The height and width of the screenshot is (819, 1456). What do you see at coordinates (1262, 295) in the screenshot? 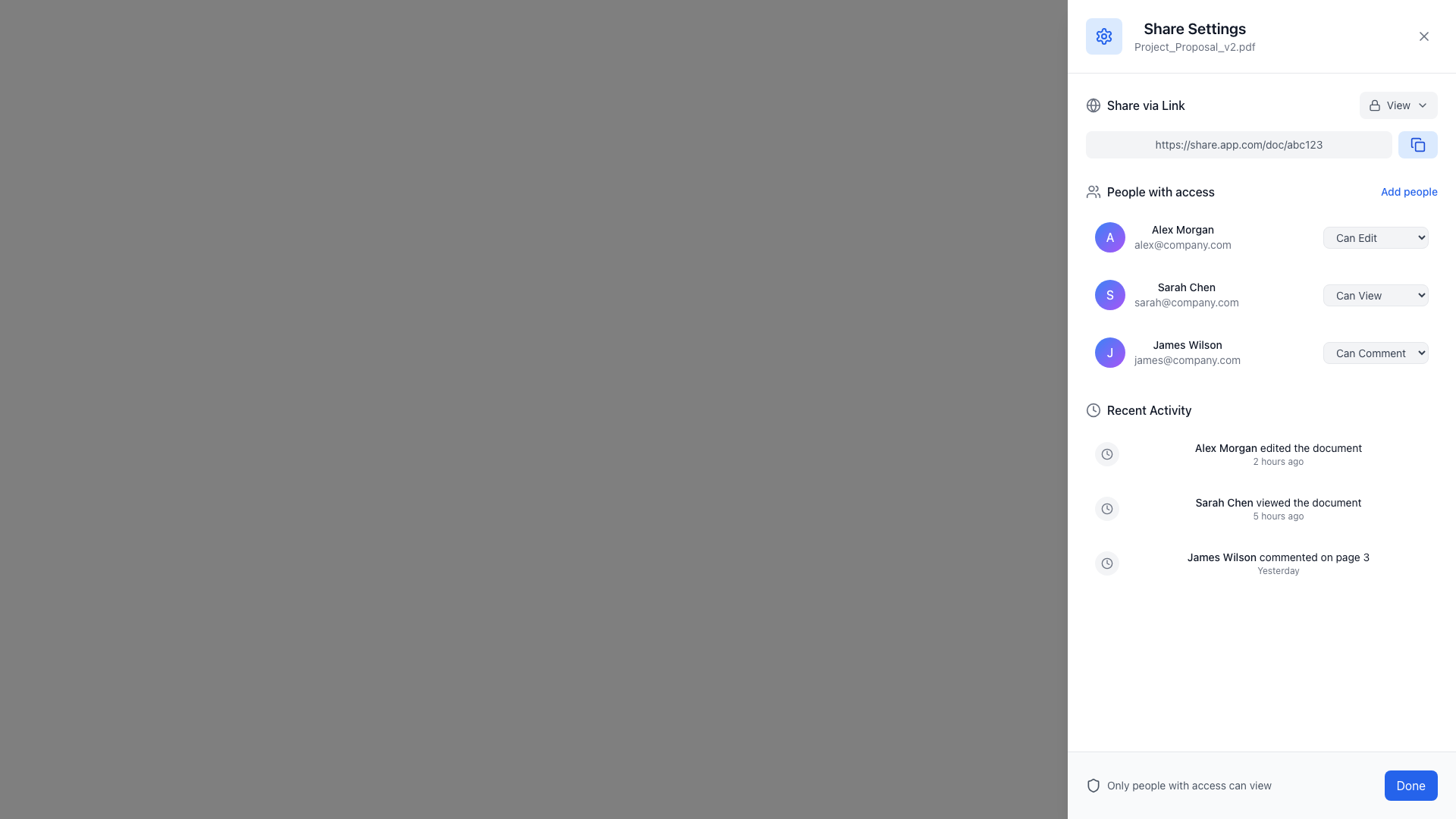
I see `the dropdown in the second user list entry for modifying access rights, located in the 'People with access' section, between 'Alex Morgan' and 'James Wilson'` at bounding box center [1262, 295].